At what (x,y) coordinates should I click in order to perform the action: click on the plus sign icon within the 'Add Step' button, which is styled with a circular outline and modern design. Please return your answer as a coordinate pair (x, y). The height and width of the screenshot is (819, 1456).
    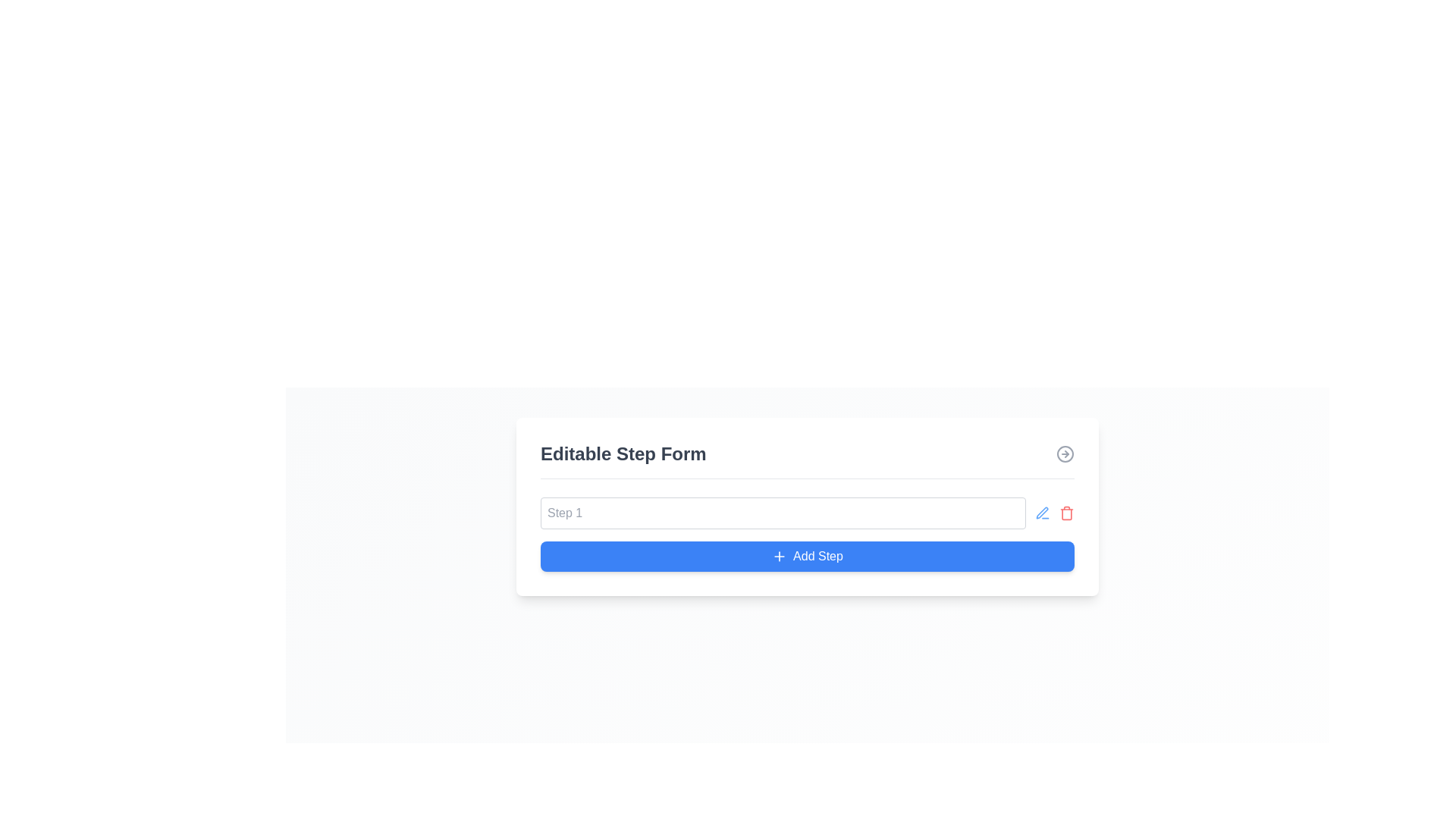
    Looking at the image, I should click on (780, 556).